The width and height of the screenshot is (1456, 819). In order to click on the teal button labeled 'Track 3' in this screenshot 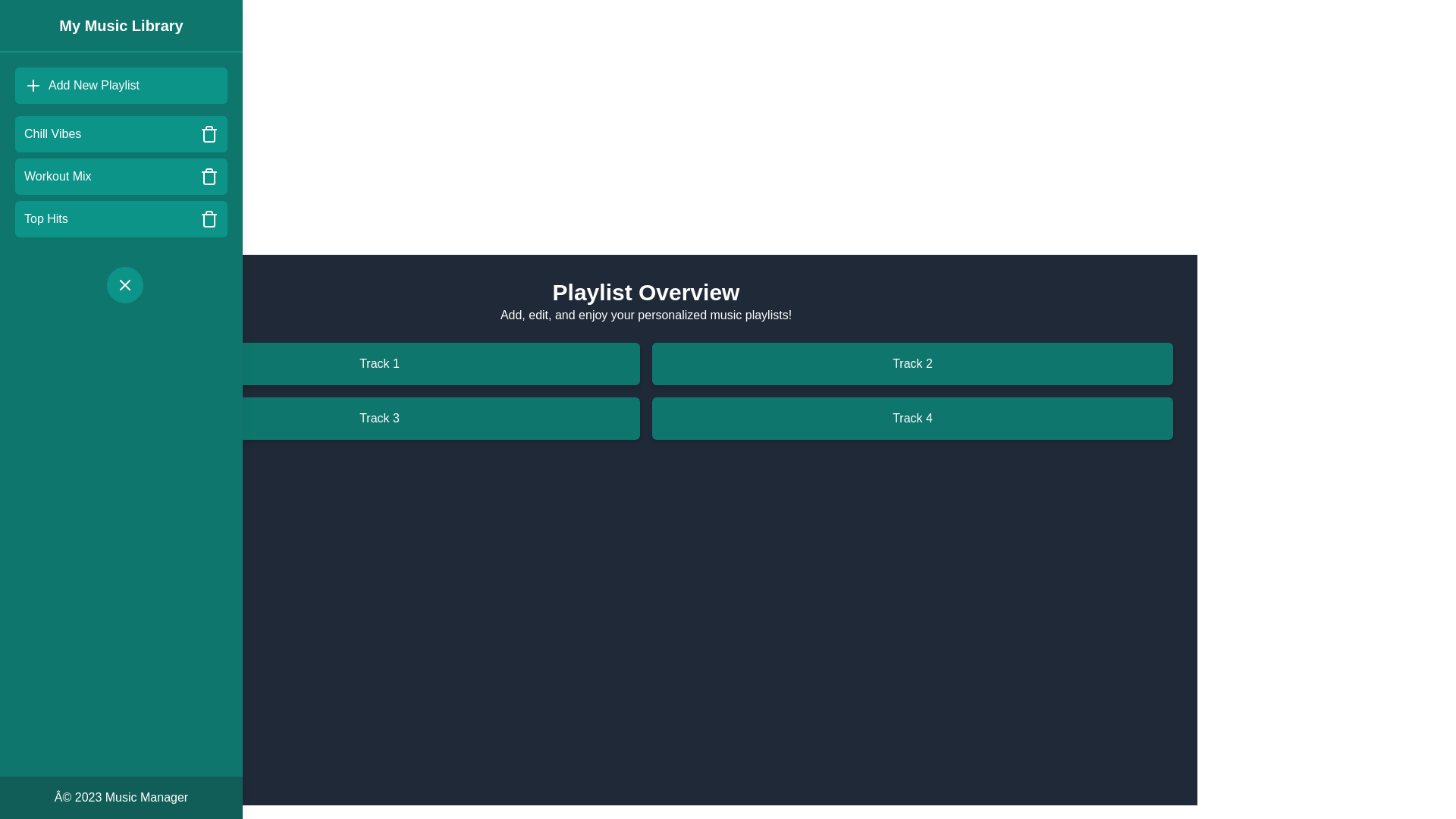, I will do `click(379, 418)`.